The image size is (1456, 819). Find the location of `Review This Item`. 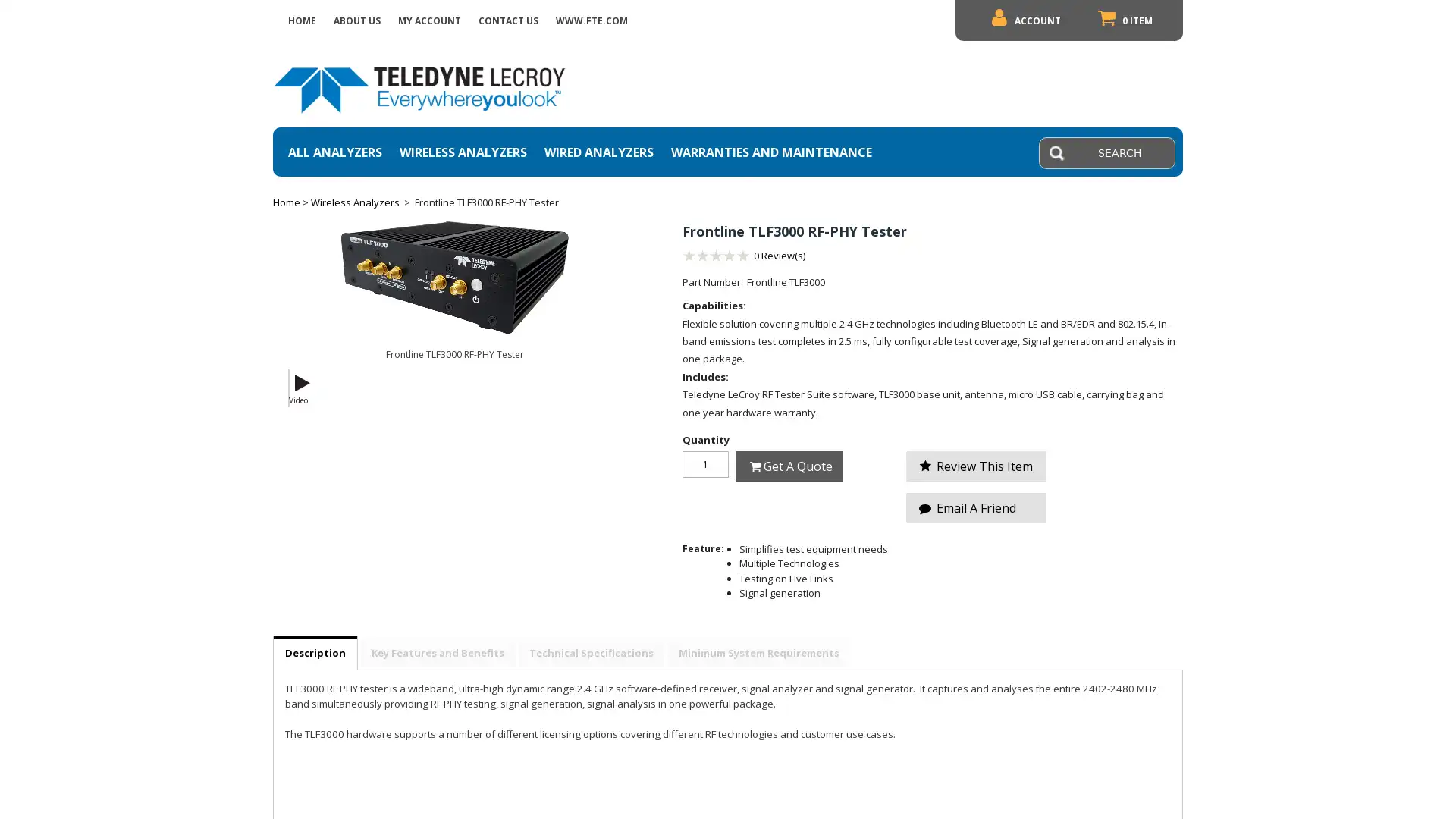

Review This Item is located at coordinates (976, 464).